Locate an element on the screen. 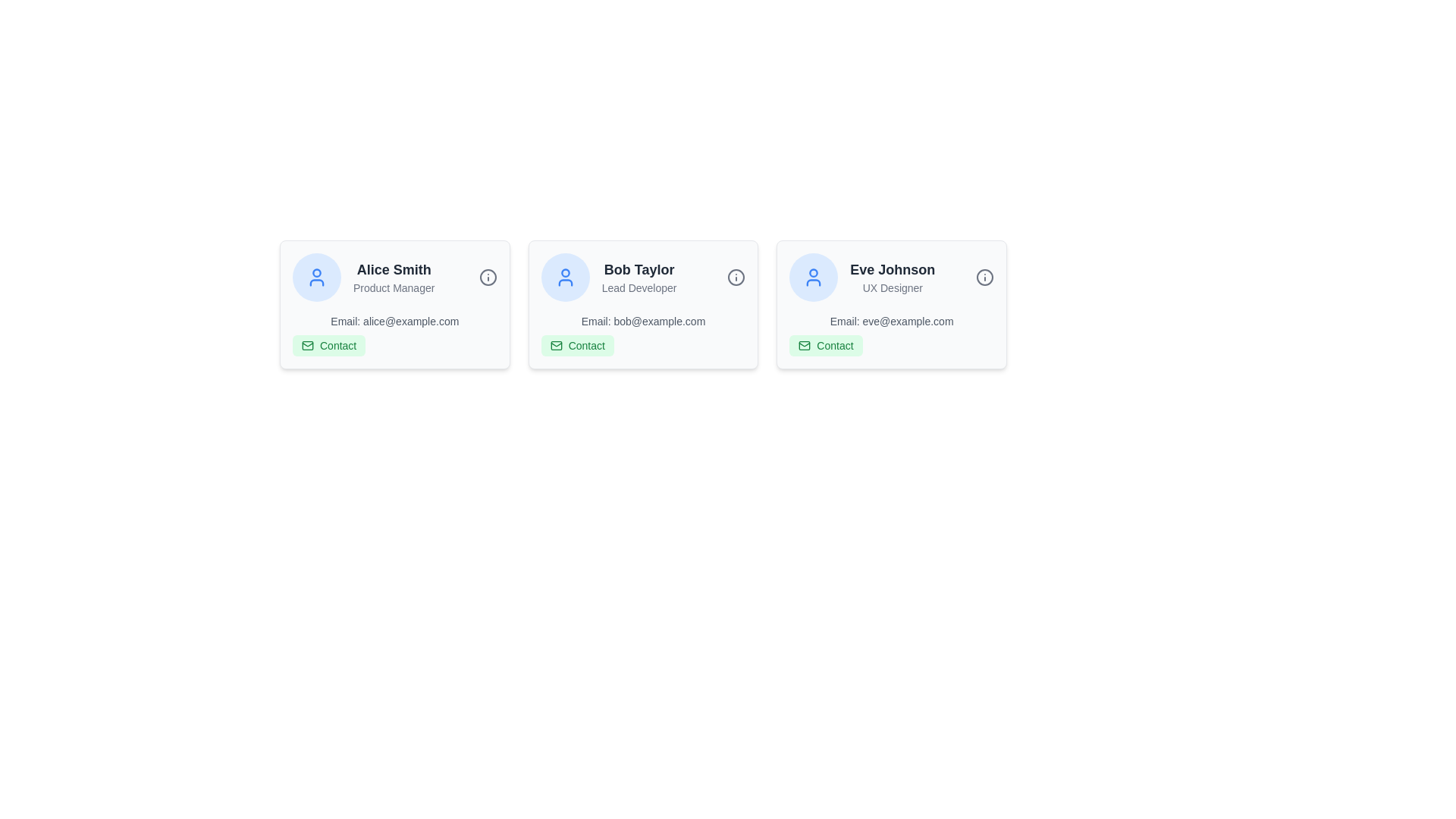 The height and width of the screenshot is (819, 1456). text content of the element displaying 'Eve Johnson' and 'UX Designer' which is centrally located in the third card of a horizontal list, positioned above an email address and a green 'Contact' button is located at coordinates (893, 278).